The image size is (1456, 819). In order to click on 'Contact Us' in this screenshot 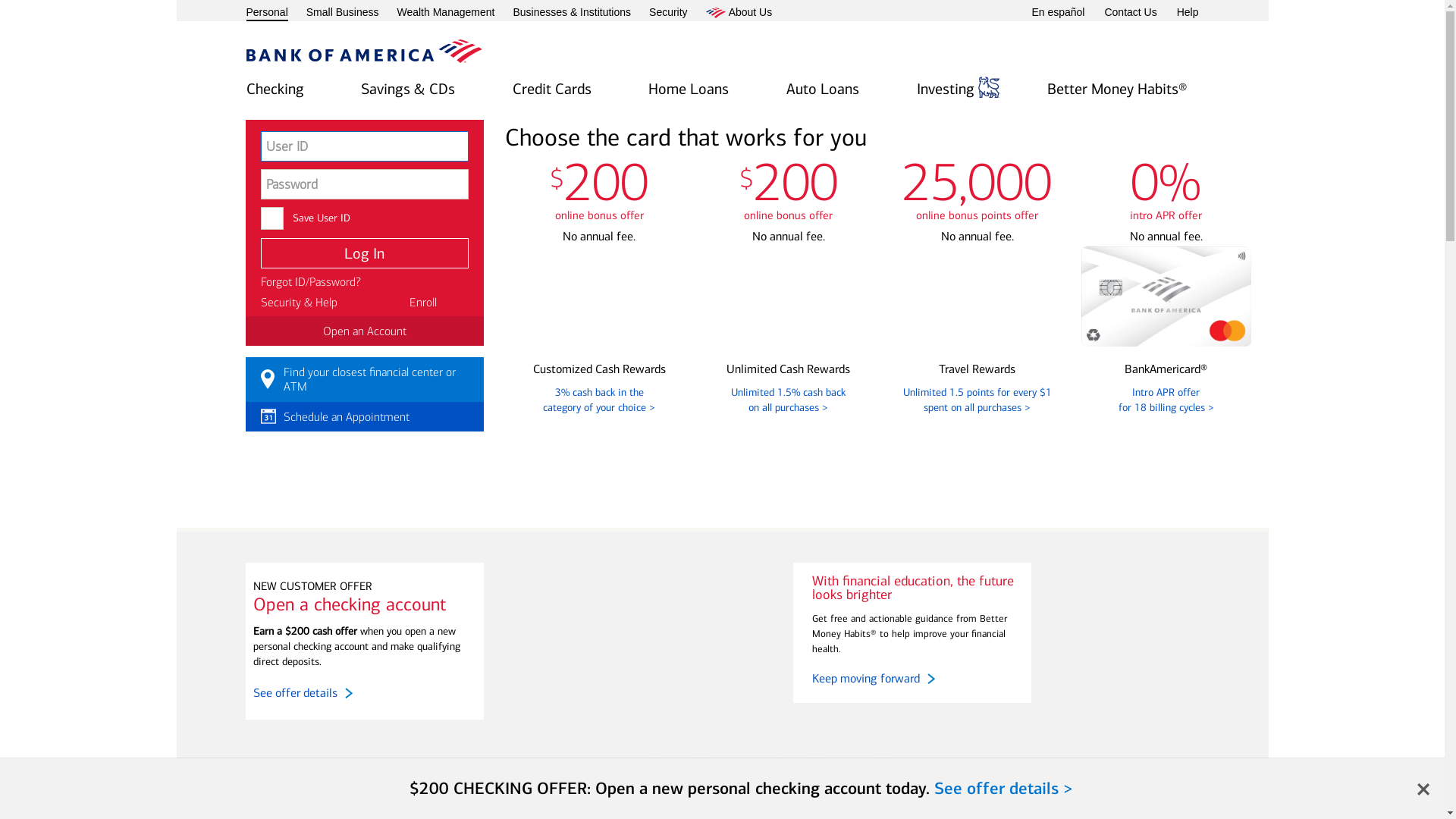, I will do `click(1130, 12)`.